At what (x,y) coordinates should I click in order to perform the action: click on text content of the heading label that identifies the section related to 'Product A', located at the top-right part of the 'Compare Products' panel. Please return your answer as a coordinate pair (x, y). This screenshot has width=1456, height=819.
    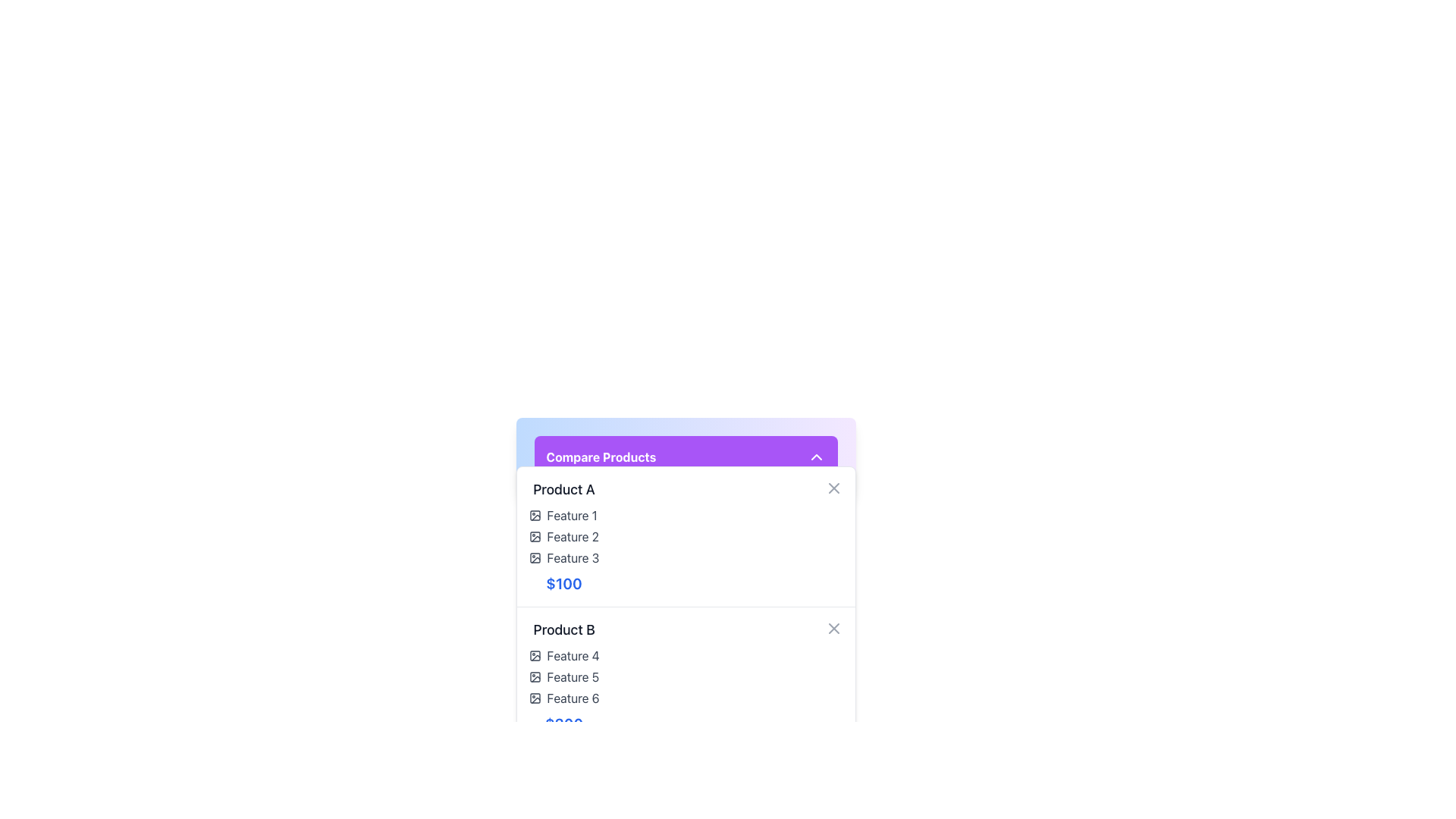
    Looking at the image, I should click on (563, 489).